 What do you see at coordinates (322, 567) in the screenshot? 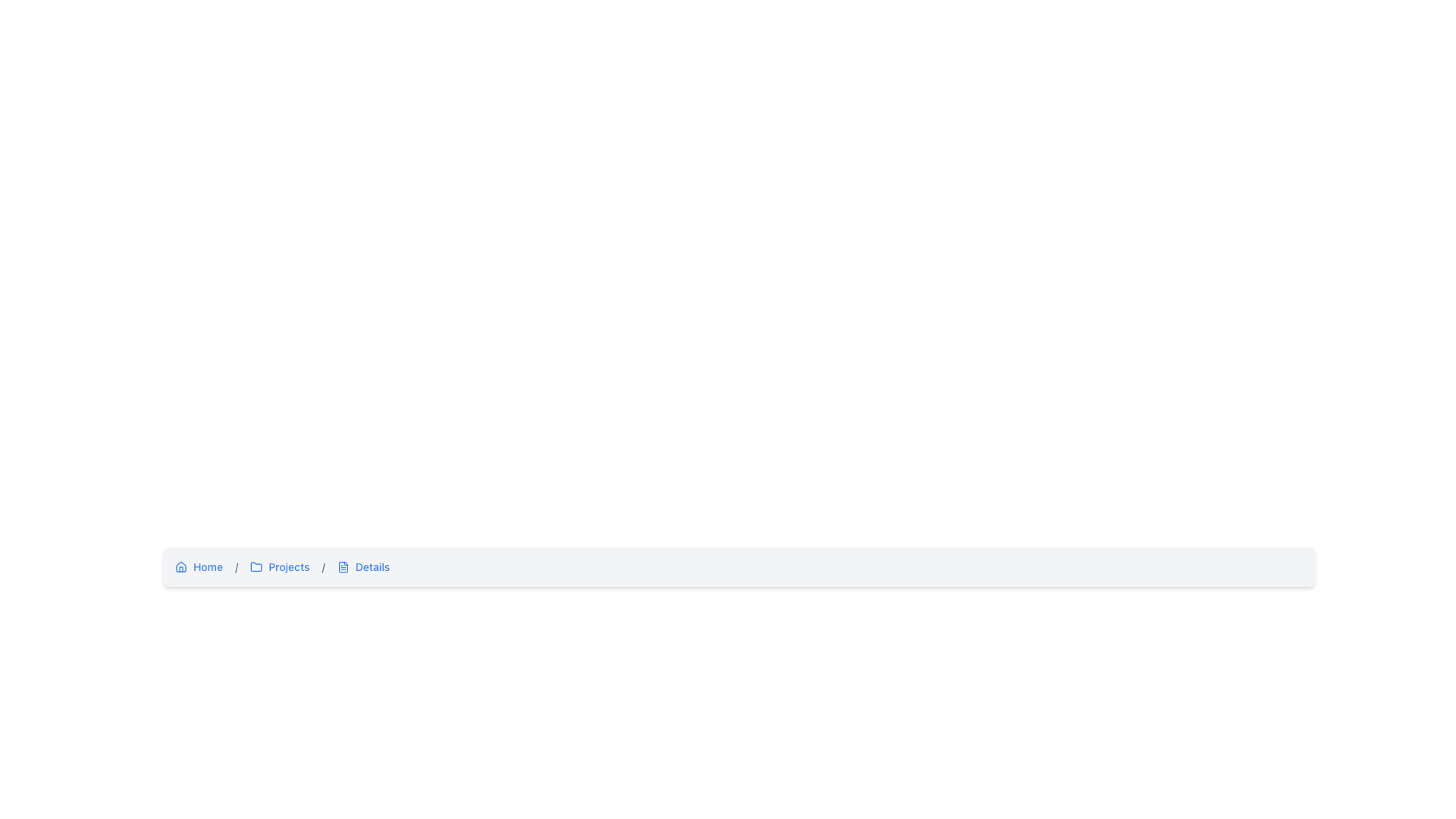
I see `the visual delimiter element located between 'Projects' and 'Details' in the breadcrumb navigation bar near the top center of the UI` at bounding box center [322, 567].